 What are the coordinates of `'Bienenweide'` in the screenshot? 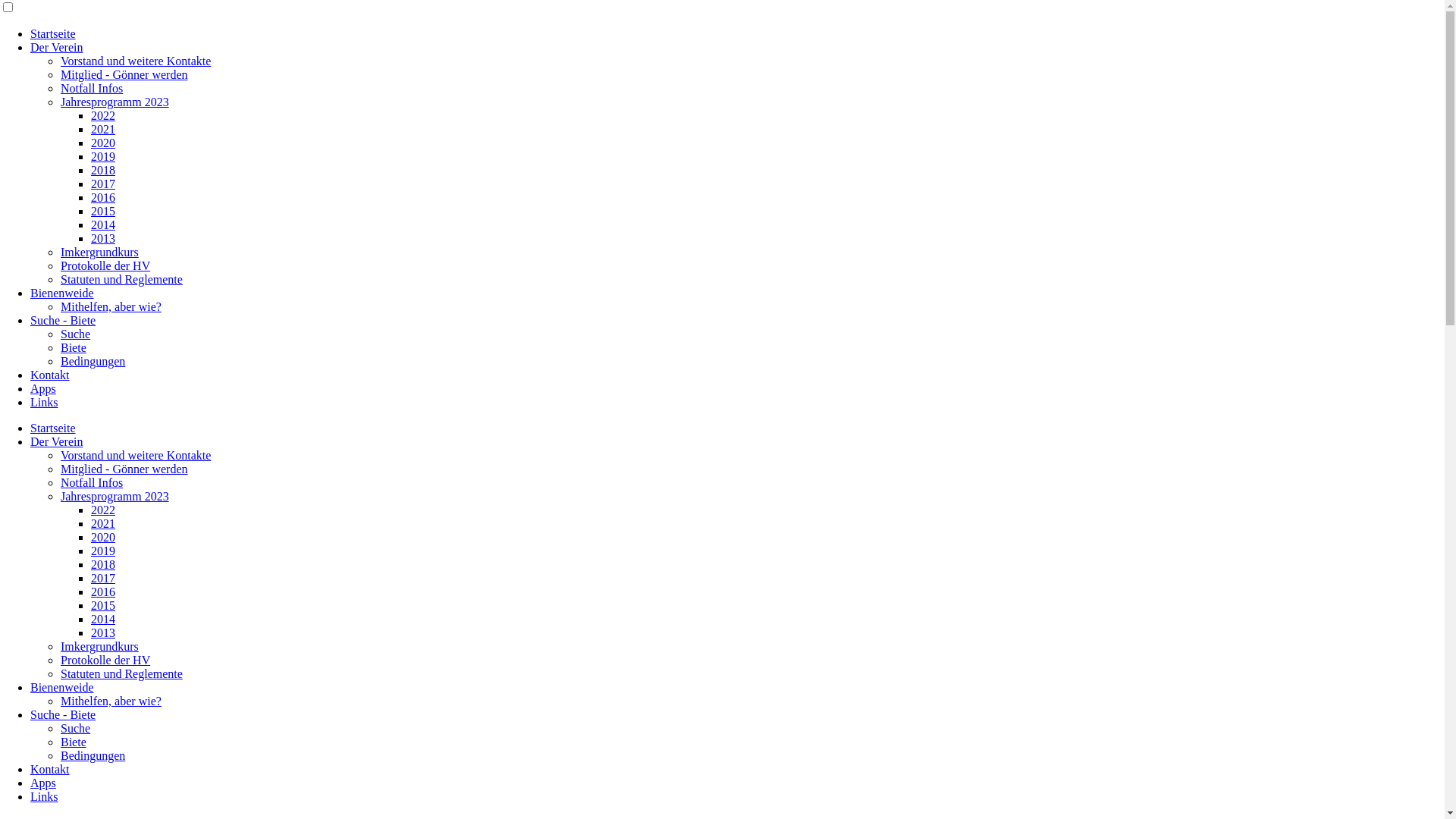 It's located at (61, 687).